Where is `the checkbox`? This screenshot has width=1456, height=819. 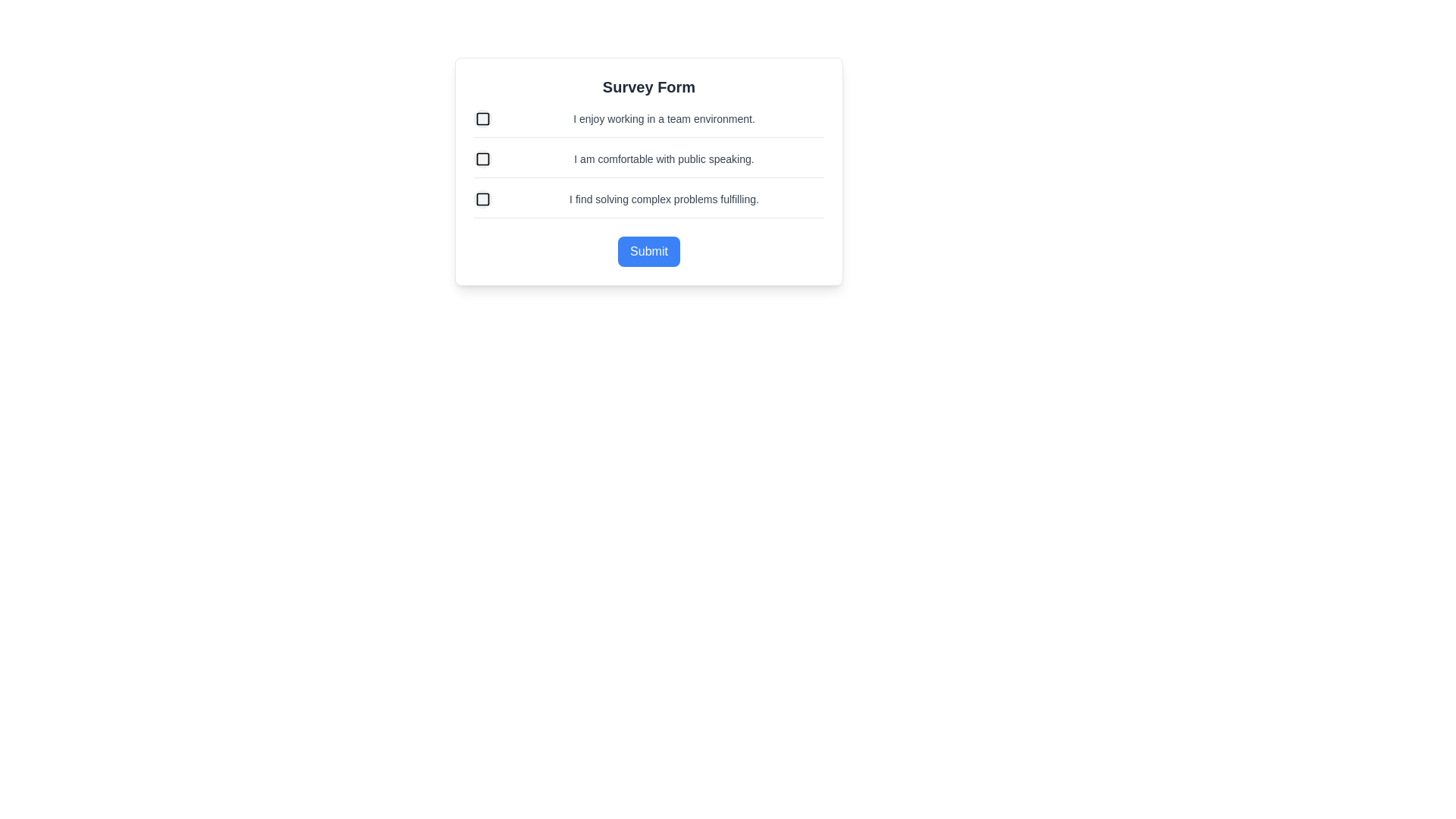
the checkbox is located at coordinates (482, 198).